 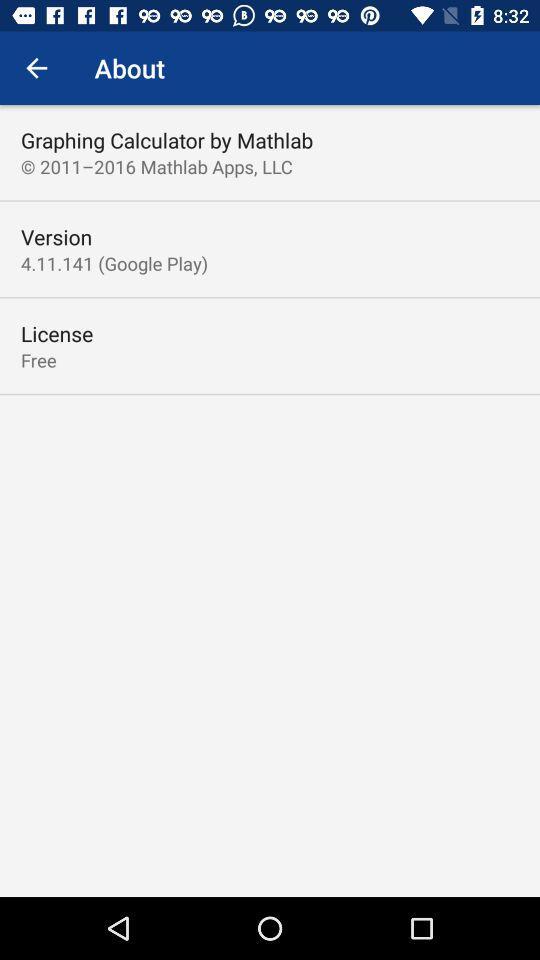 What do you see at coordinates (56, 237) in the screenshot?
I see `version icon` at bounding box center [56, 237].